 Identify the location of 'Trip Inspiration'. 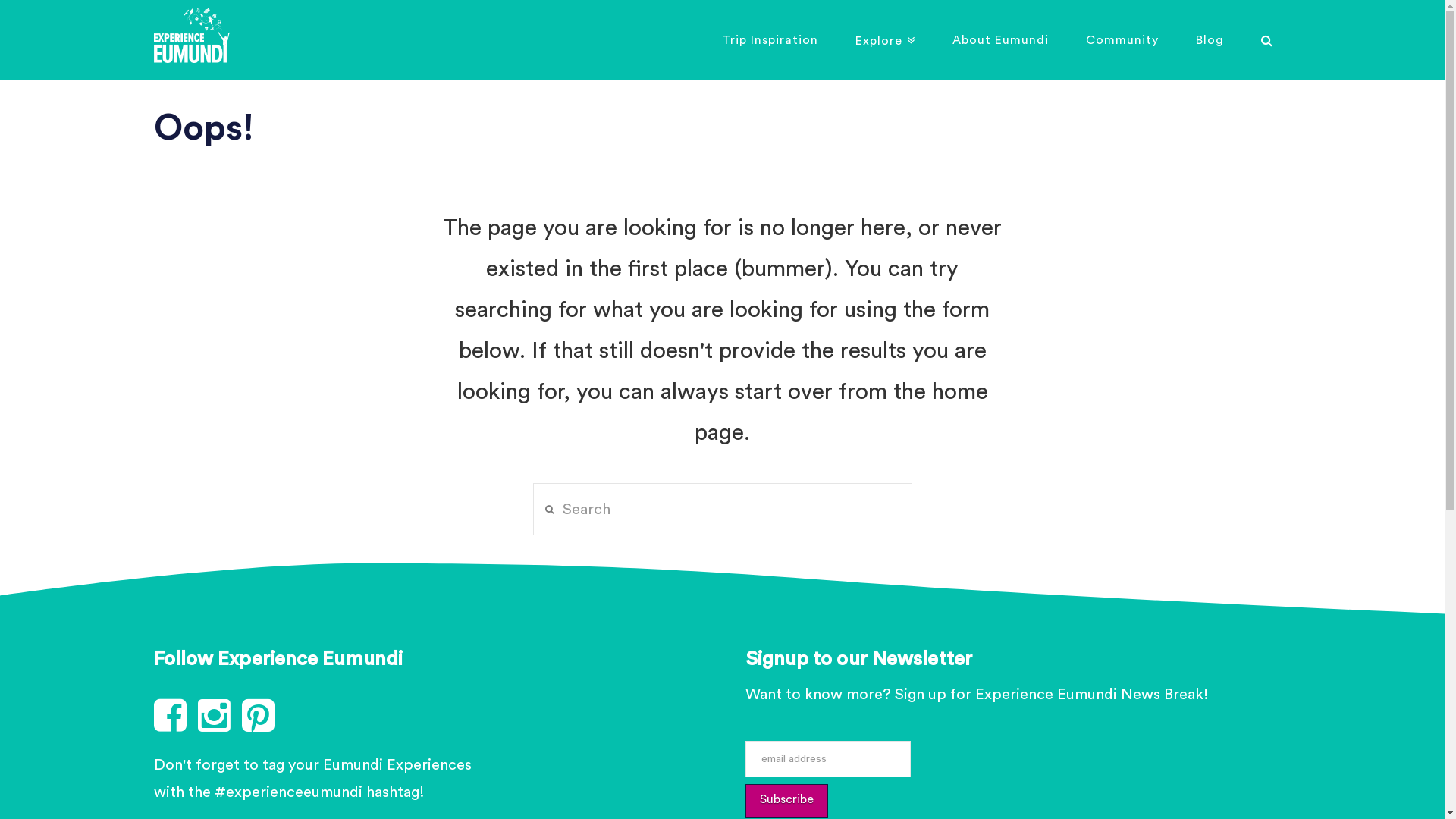
(769, 39).